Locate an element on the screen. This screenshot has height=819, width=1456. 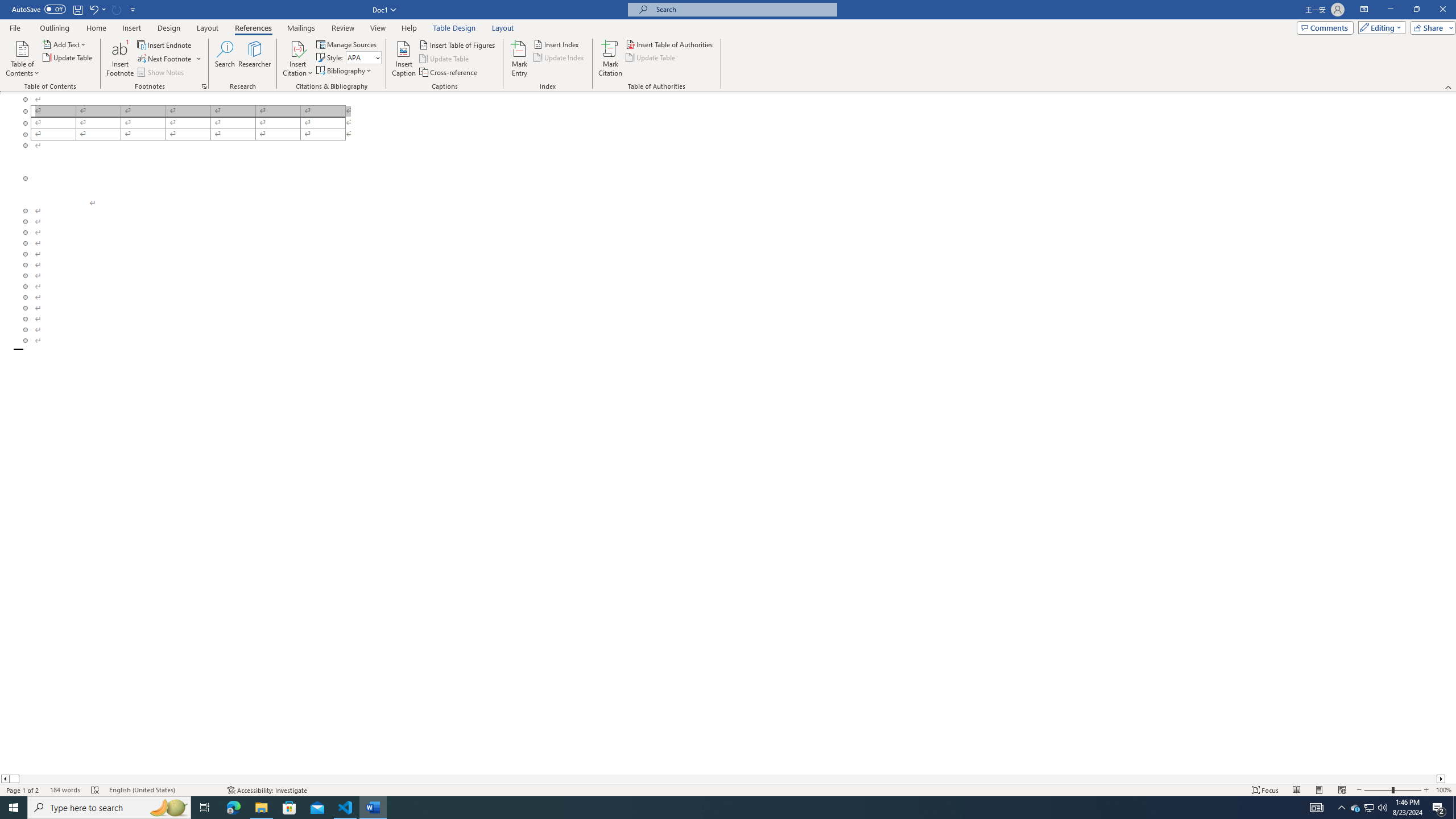
'Zoom 100%' is located at coordinates (1443, 790).